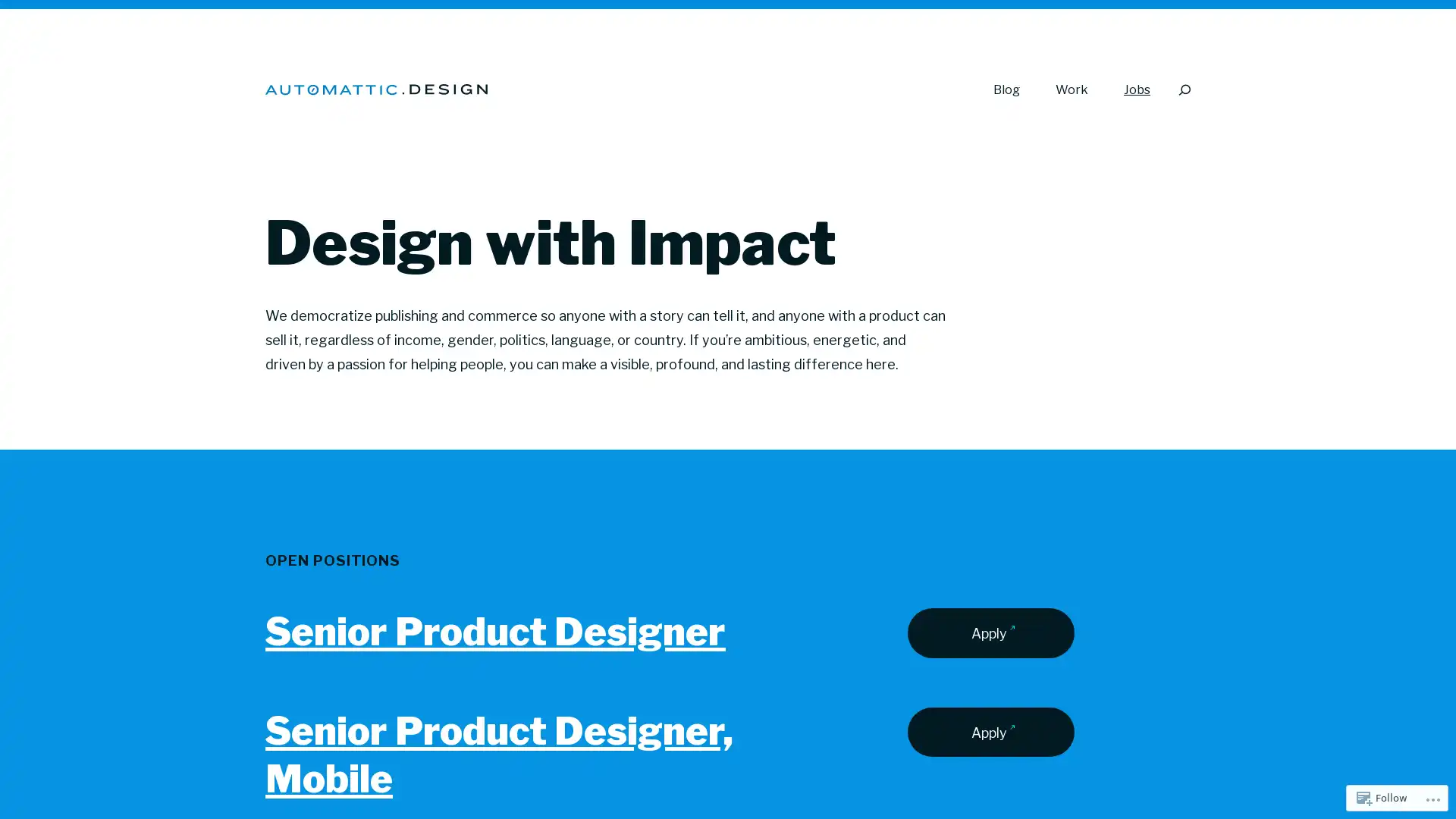 The image size is (1456, 819). What do you see at coordinates (1183, 89) in the screenshot?
I see `Search` at bounding box center [1183, 89].